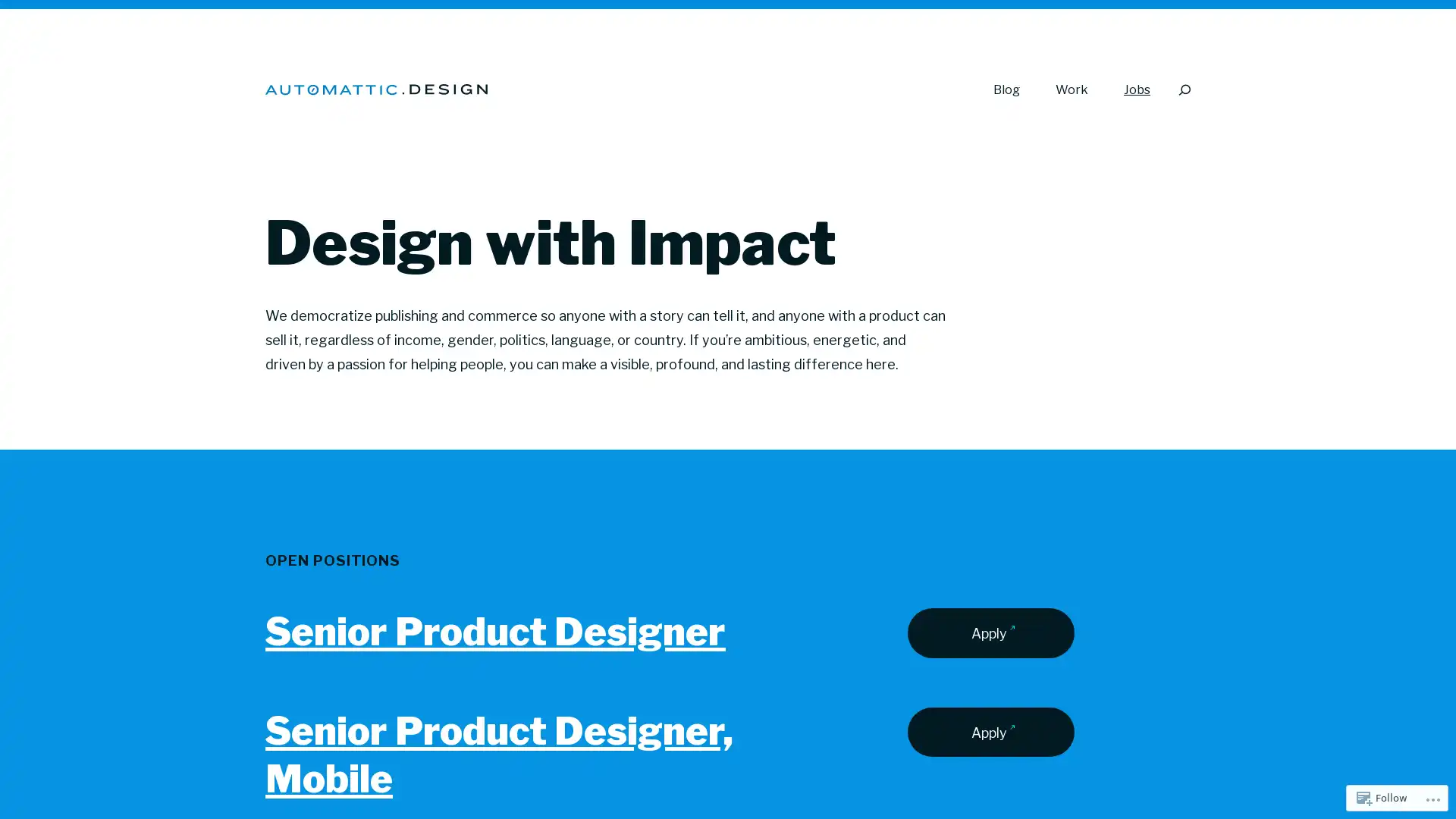 The image size is (1456, 819). What do you see at coordinates (1183, 89) in the screenshot?
I see `Search` at bounding box center [1183, 89].